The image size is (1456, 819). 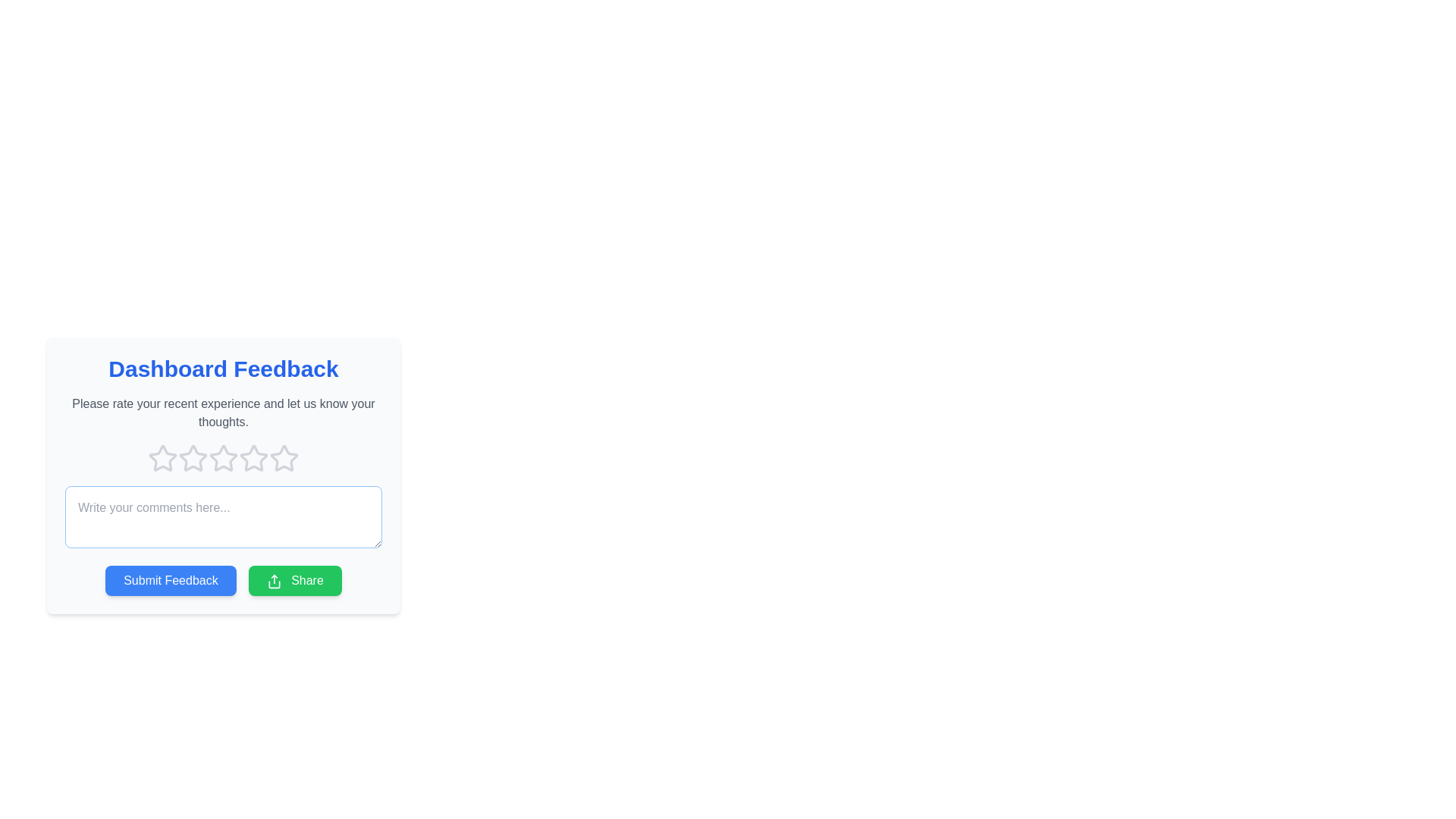 What do you see at coordinates (254, 457) in the screenshot?
I see `the third star icon from the left in the horizontal row of five stars within the 'Dashboard Feedback' section` at bounding box center [254, 457].